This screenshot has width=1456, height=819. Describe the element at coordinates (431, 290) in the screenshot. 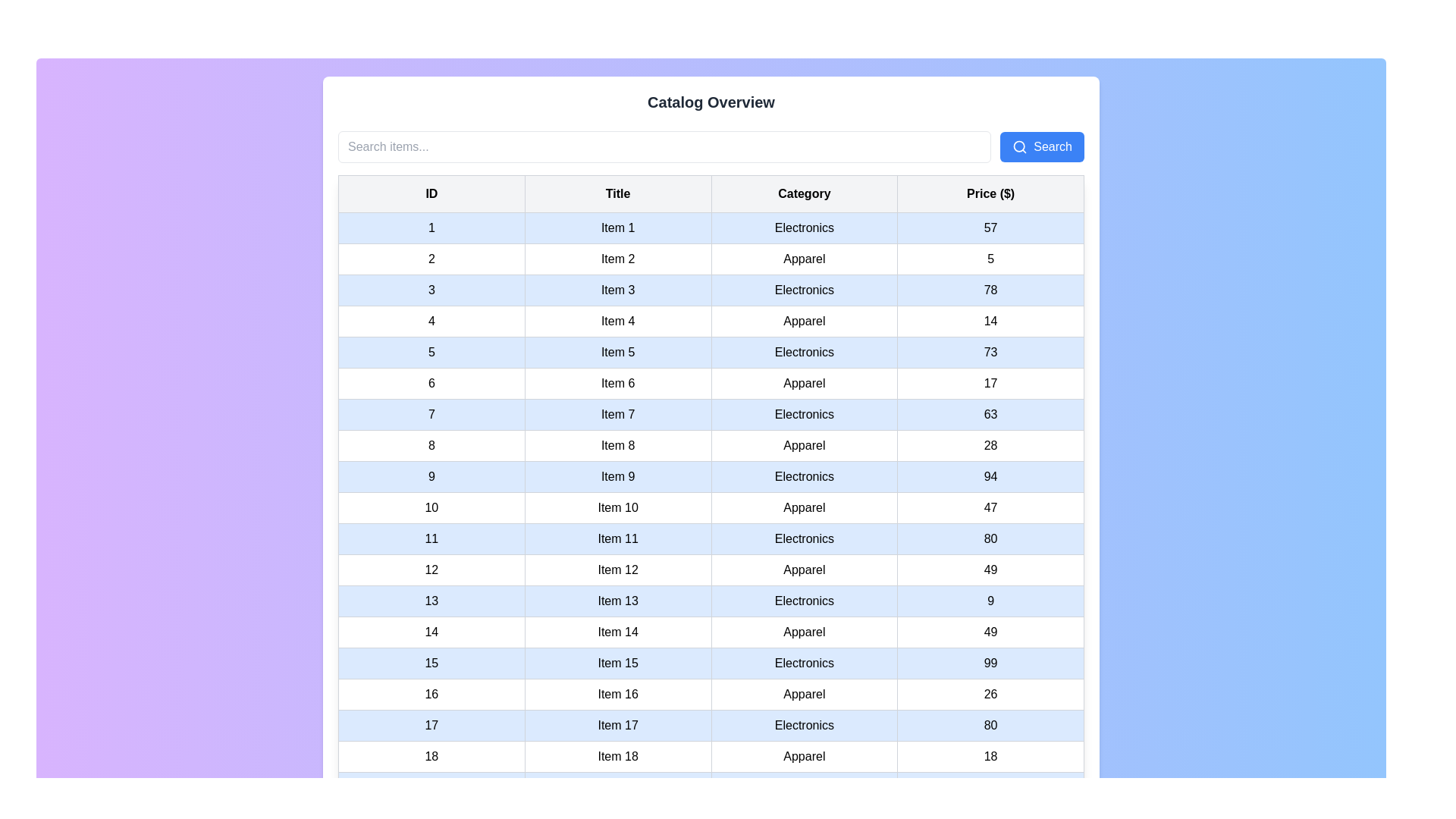

I see `the leftmost cell in the middle row of the table that contains the unique identifier 'Item 3', which is labeled as 'ID'` at that location.